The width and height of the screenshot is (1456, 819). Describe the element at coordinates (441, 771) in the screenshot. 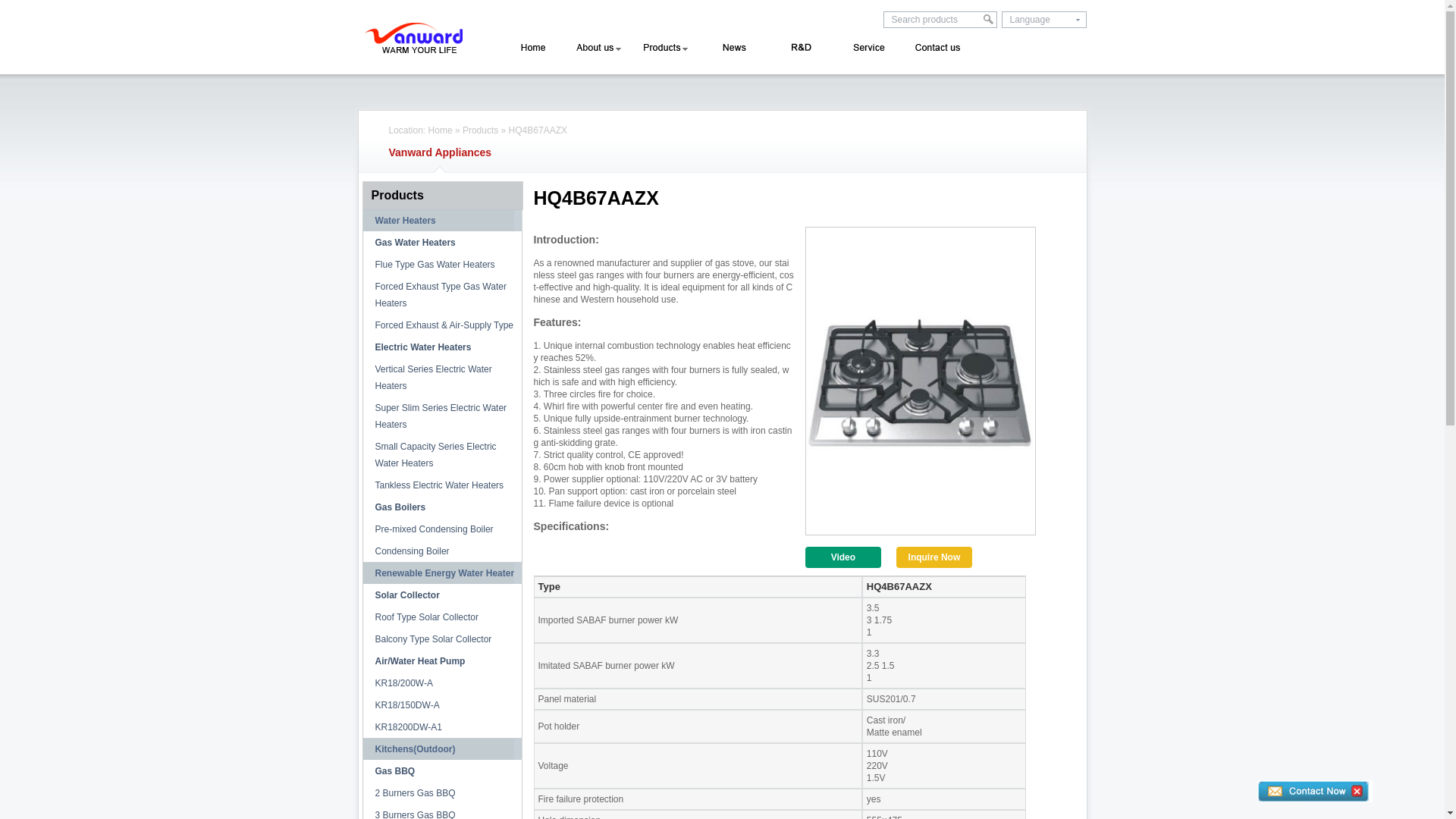

I see `'Gas BBQ'` at that location.